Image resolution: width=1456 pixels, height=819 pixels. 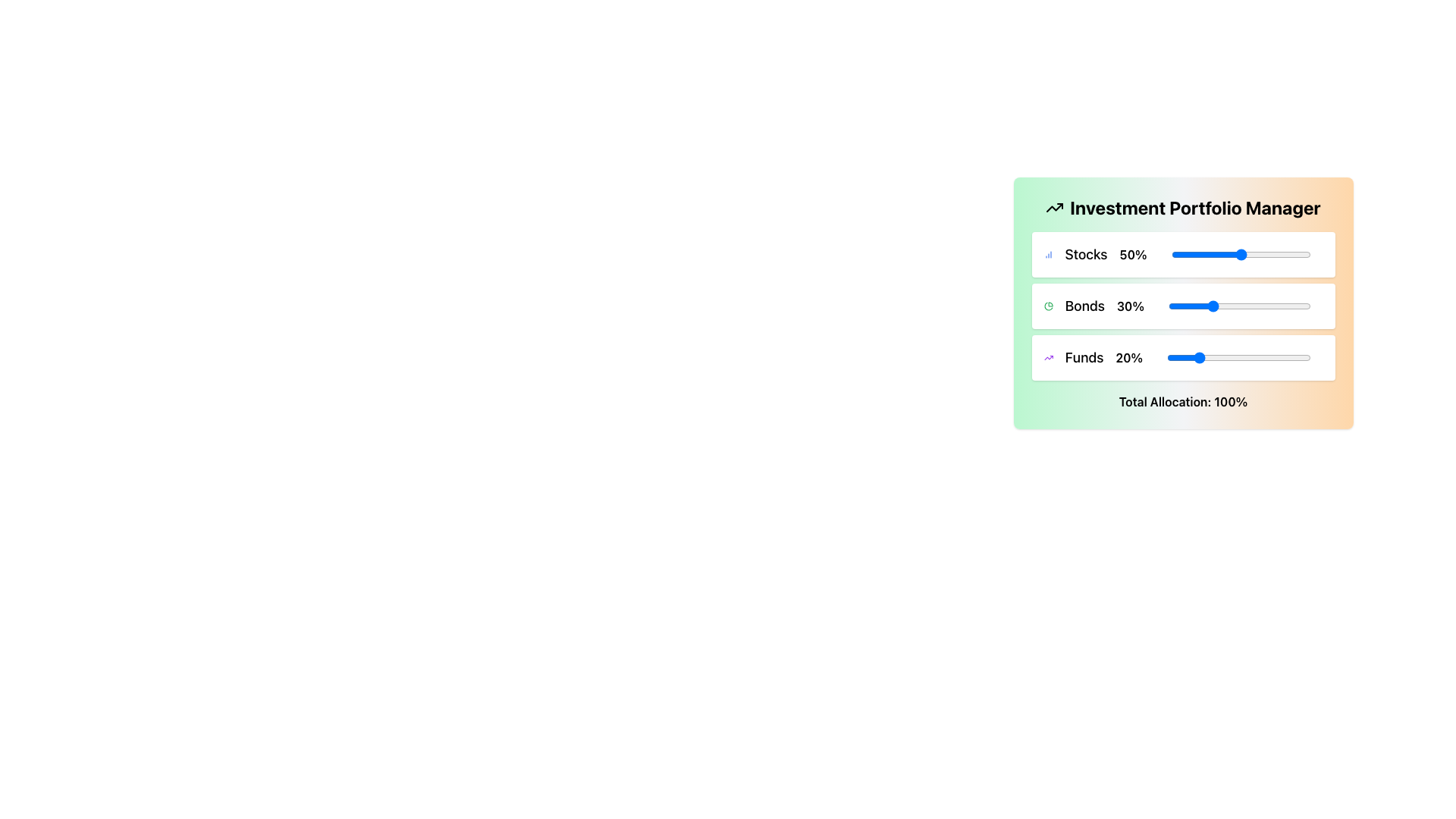 What do you see at coordinates (1047, 357) in the screenshot?
I see `the trend or growth icon located to the left of the 'Funds' label in the financial allocation display` at bounding box center [1047, 357].